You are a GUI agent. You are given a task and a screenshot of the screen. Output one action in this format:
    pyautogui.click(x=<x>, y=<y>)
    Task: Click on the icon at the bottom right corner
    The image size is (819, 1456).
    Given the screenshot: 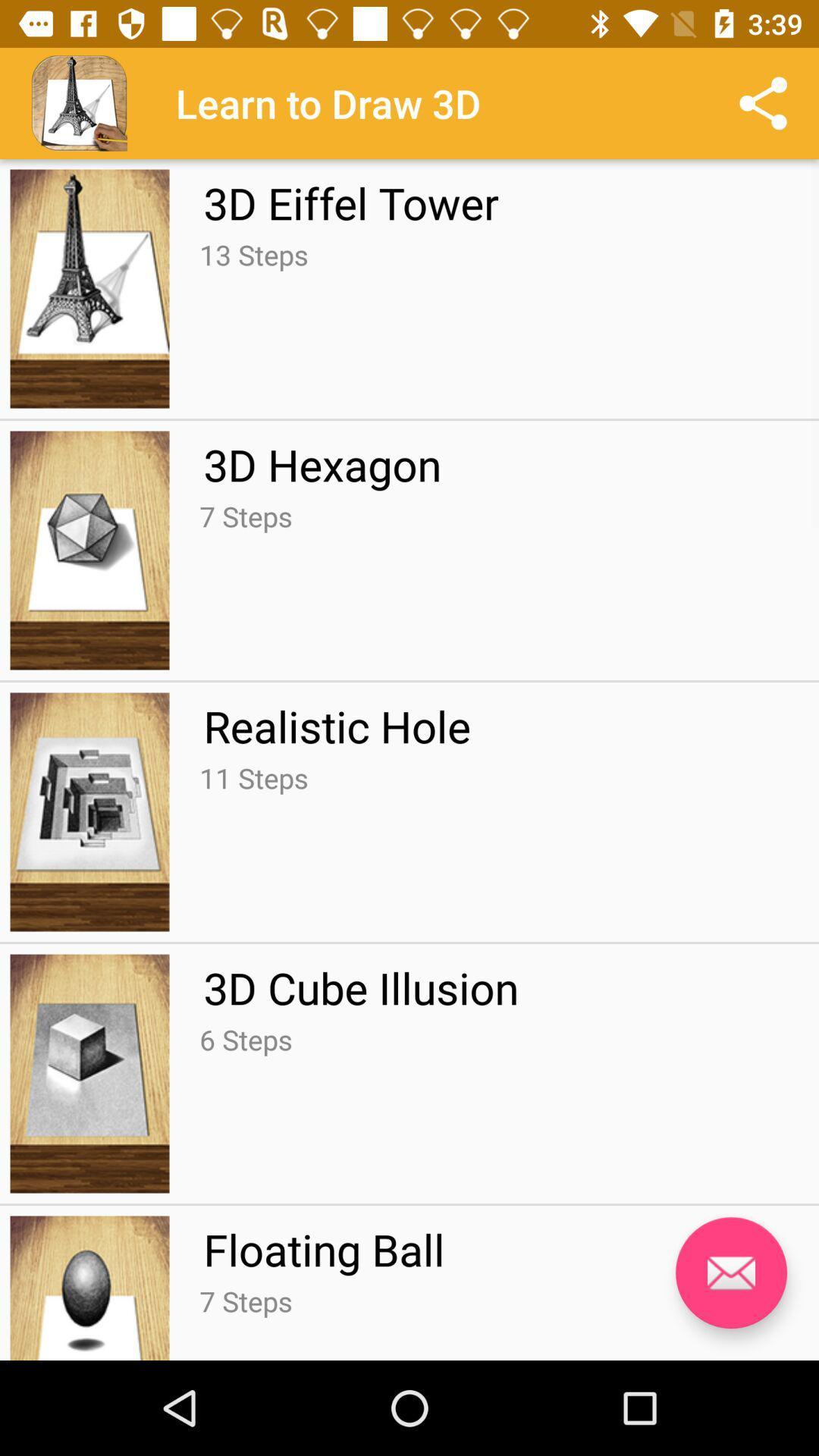 What is the action you would take?
    pyautogui.click(x=730, y=1272)
    